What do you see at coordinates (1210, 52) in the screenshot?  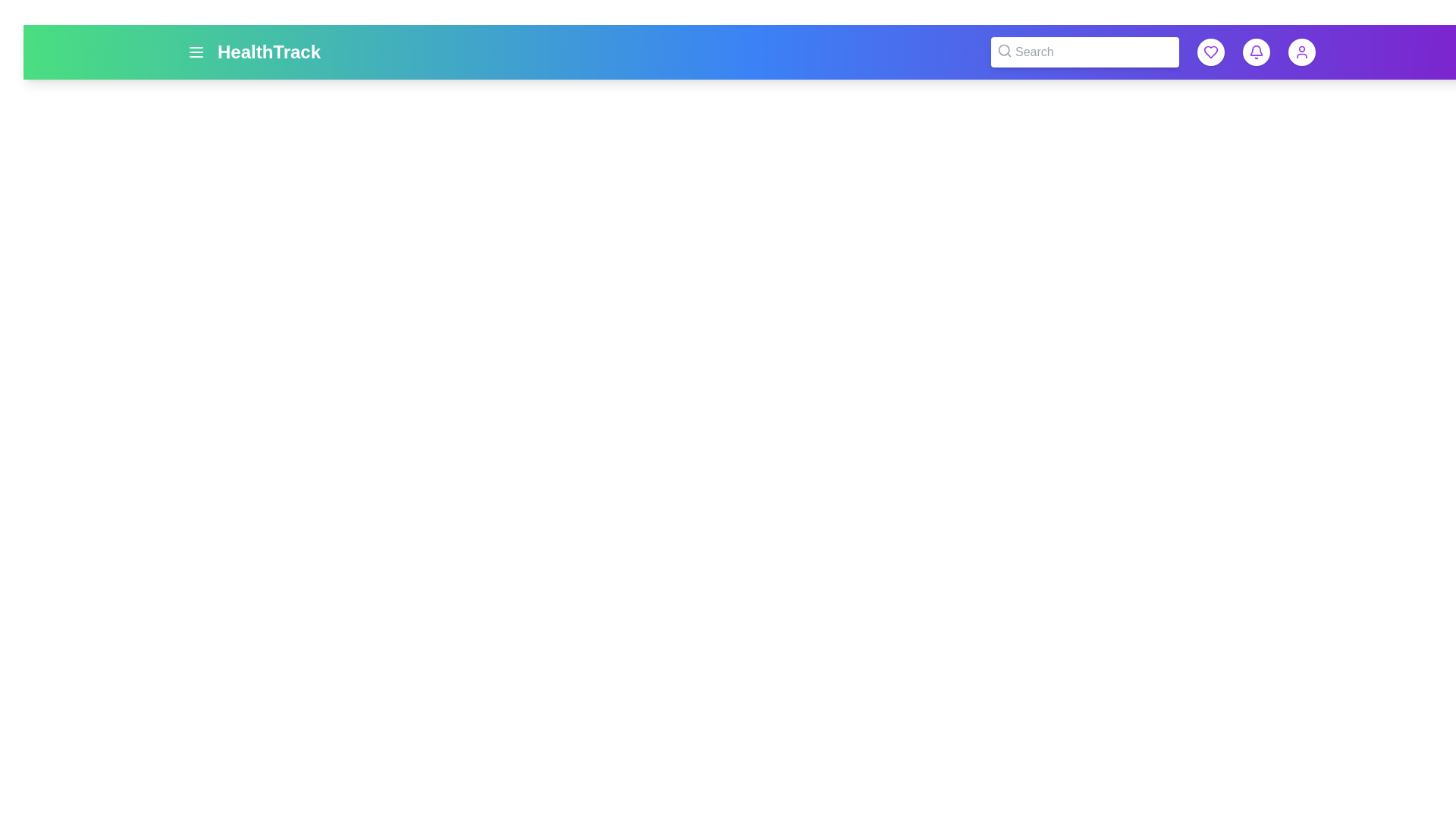 I see `the heart button in the app bar` at bounding box center [1210, 52].